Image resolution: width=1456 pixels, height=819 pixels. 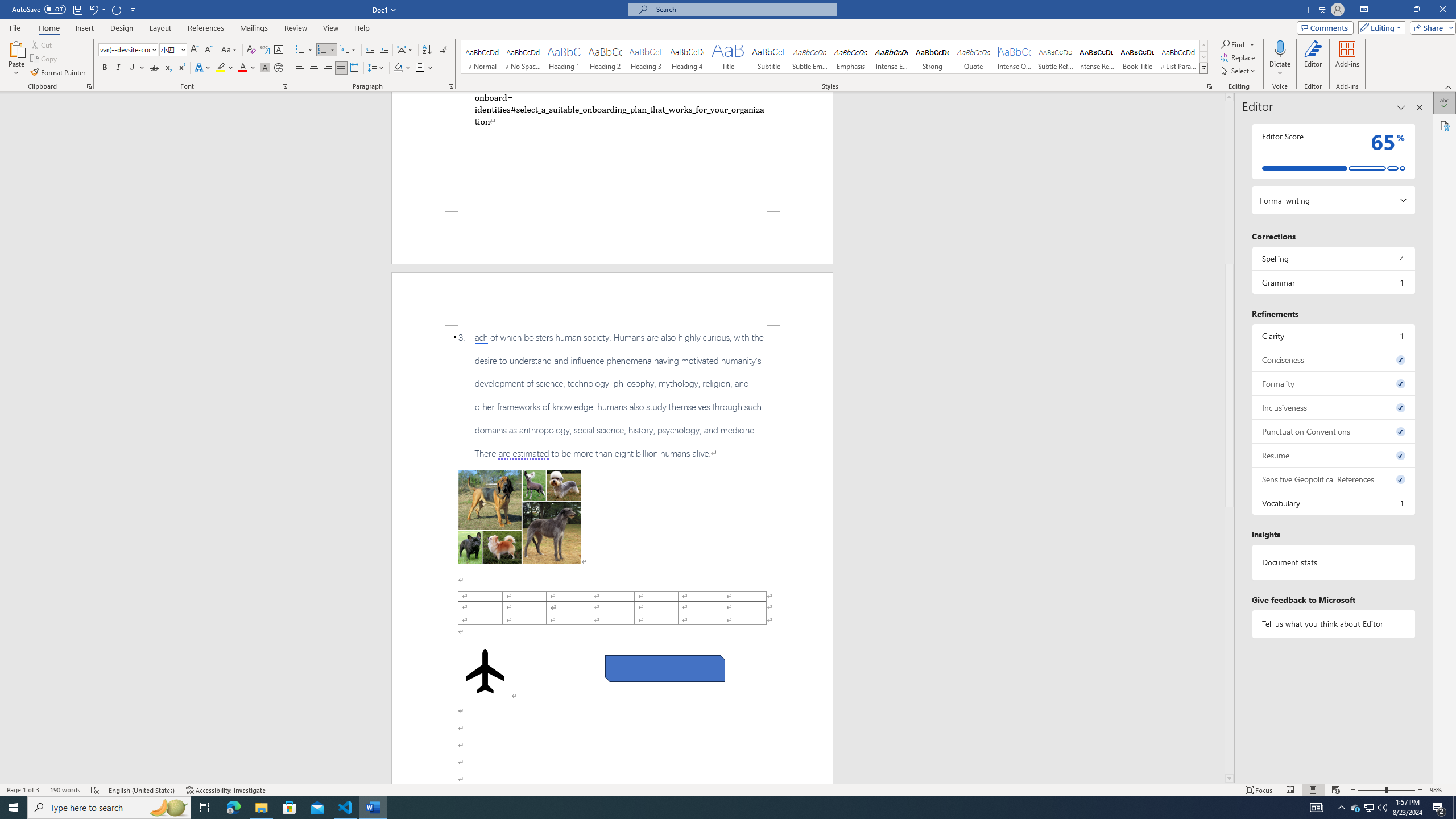 What do you see at coordinates (1313, 790) in the screenshot?
I see `'Print Layout'` at bounding box center [1313, 790].